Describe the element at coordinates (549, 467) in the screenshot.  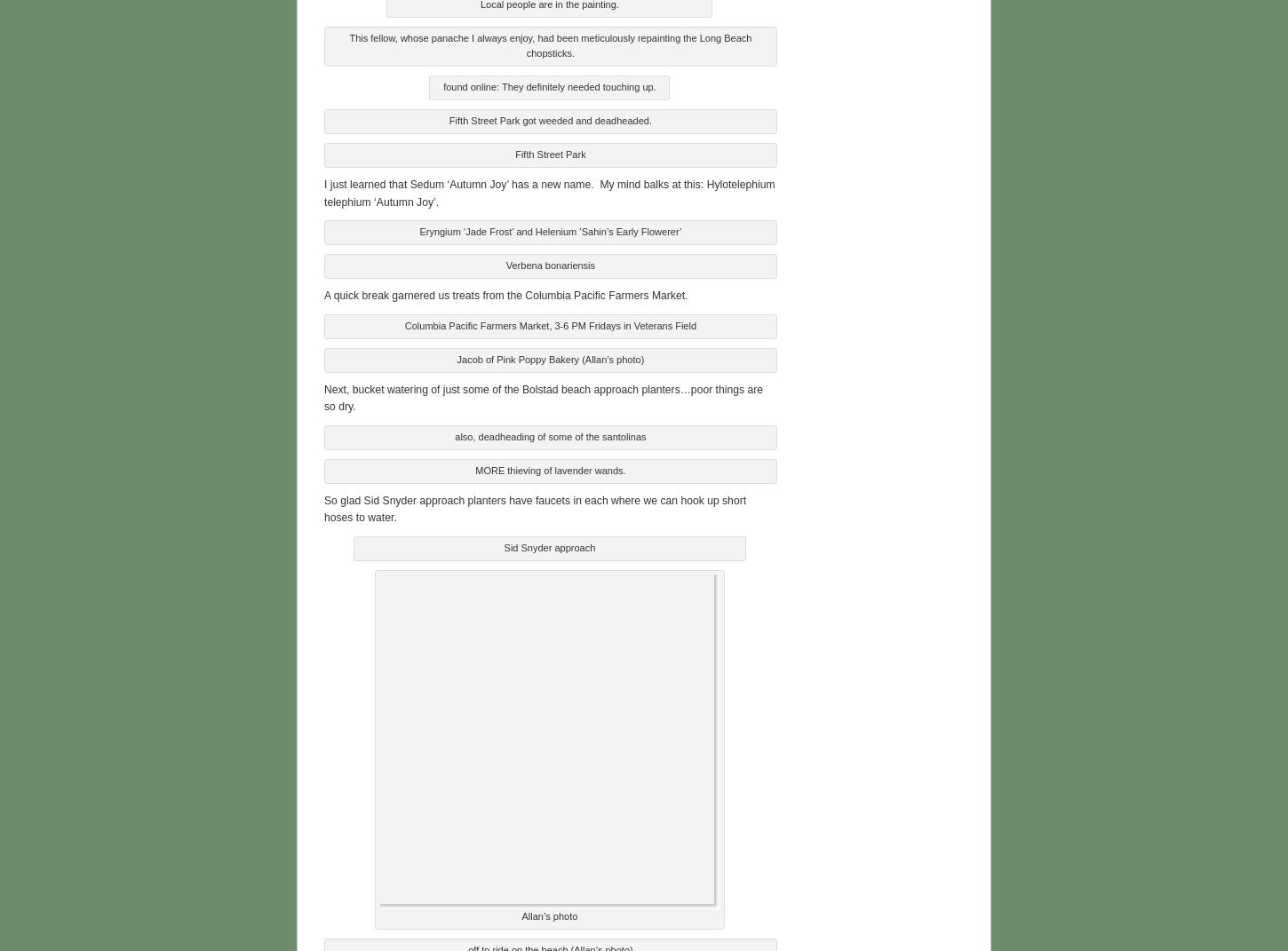
I see `'MORE thieving of lavender wands.'` at that location.